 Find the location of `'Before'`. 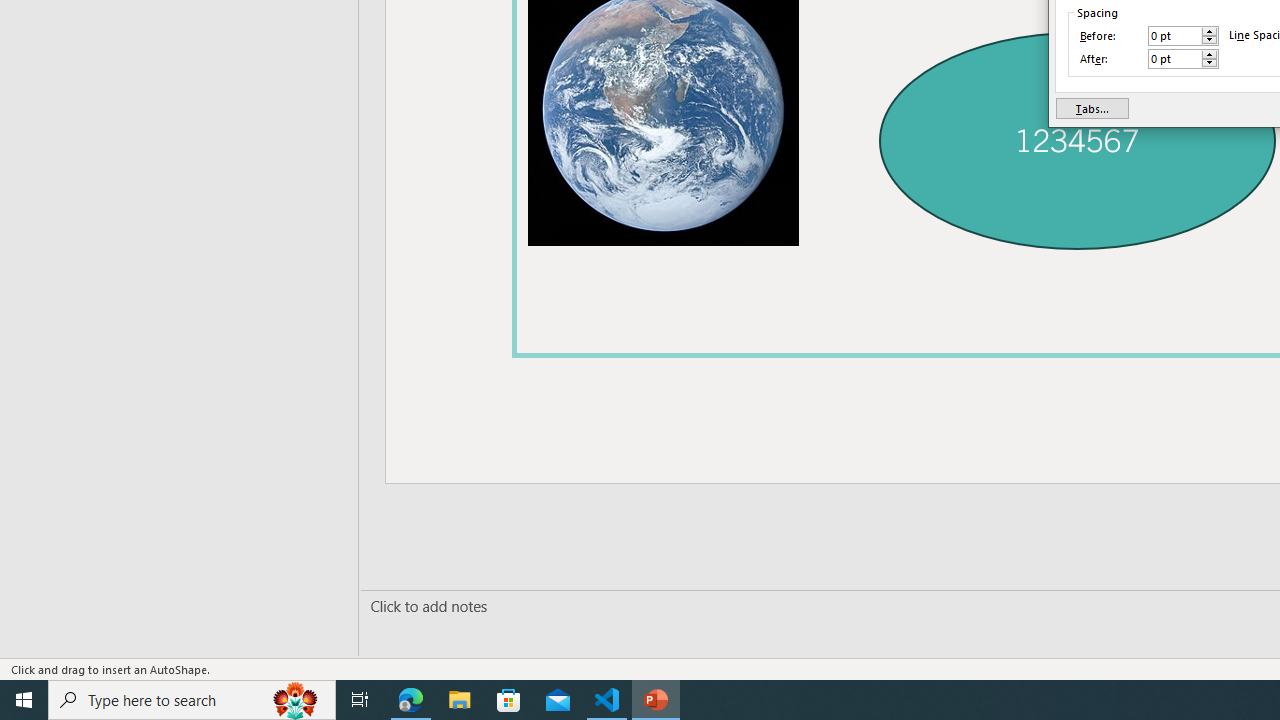

'Before' is located at coordinates (1175, 36).